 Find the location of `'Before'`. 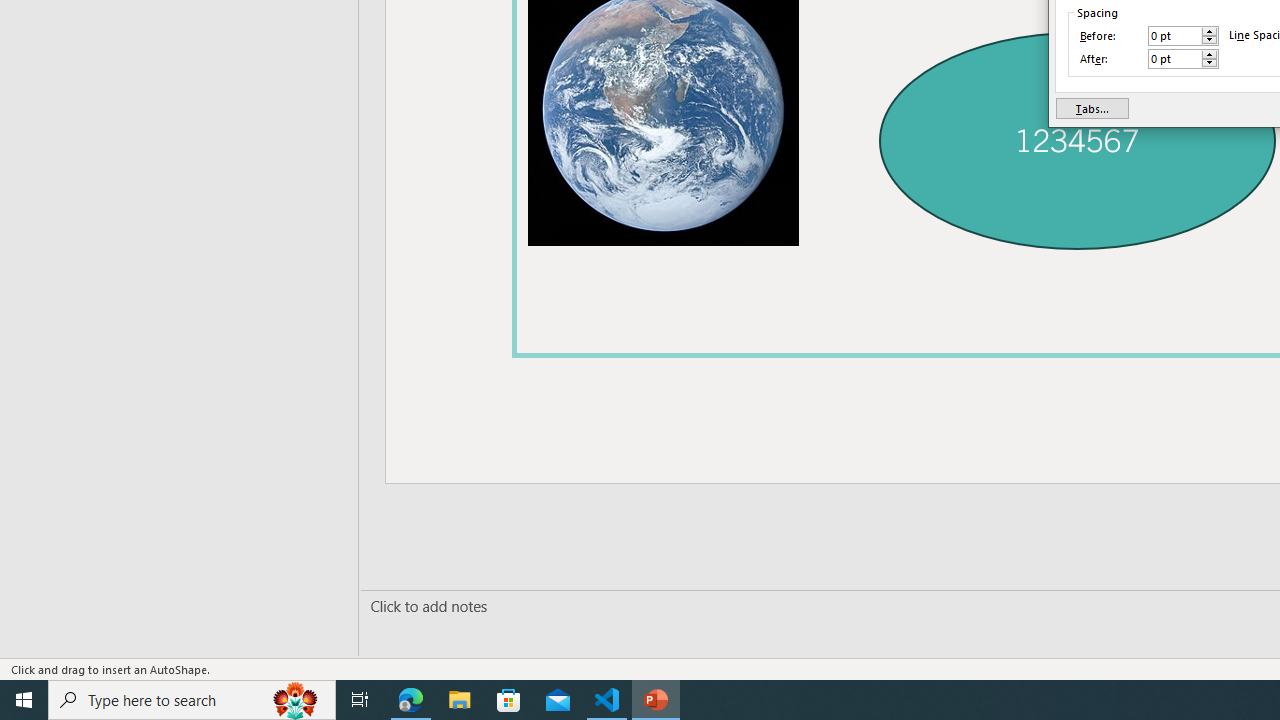

'Before' is located at coordinates (1175, 36).